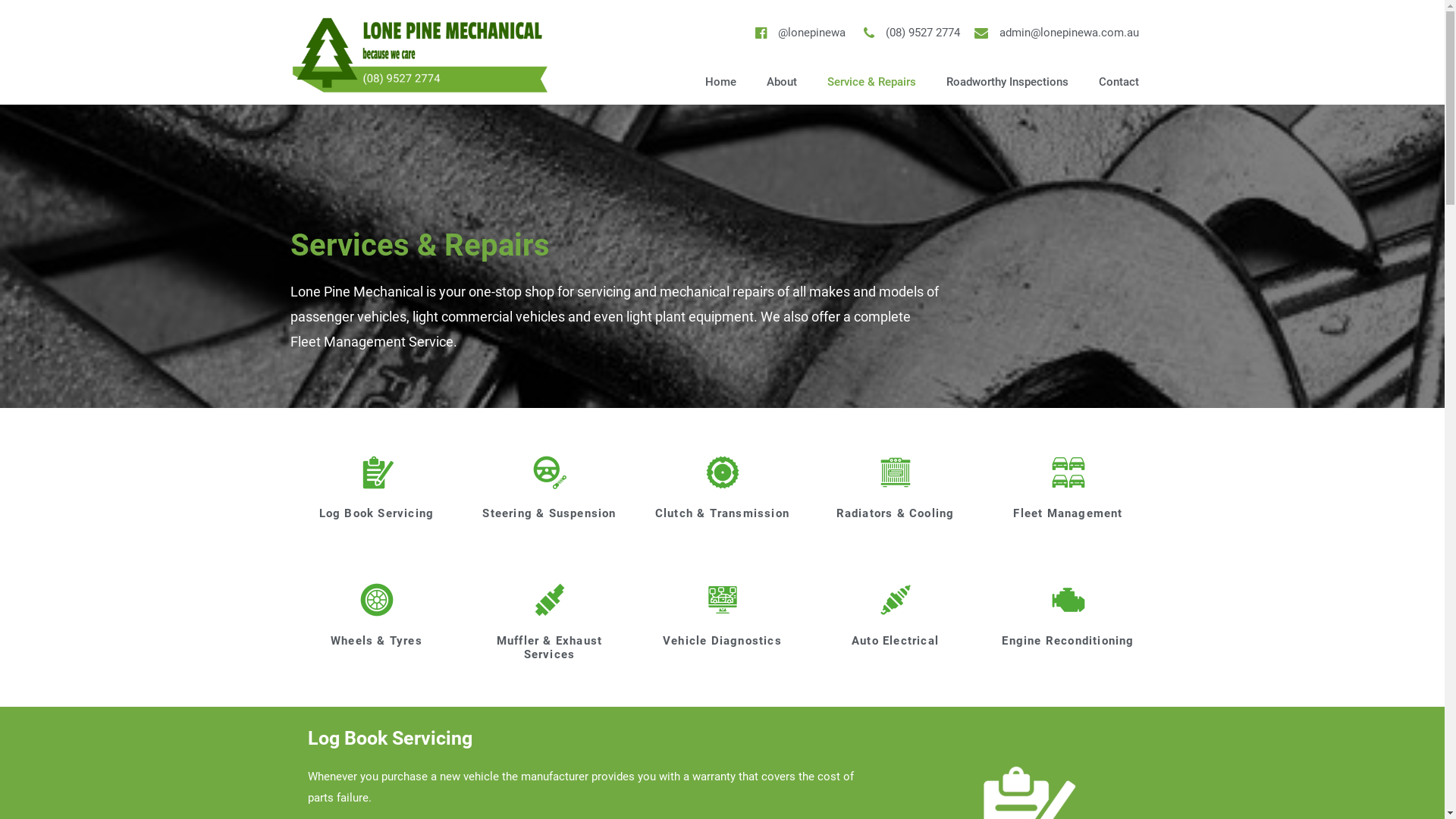  I want to click on 'Service & Repairs', so click(871, 82).